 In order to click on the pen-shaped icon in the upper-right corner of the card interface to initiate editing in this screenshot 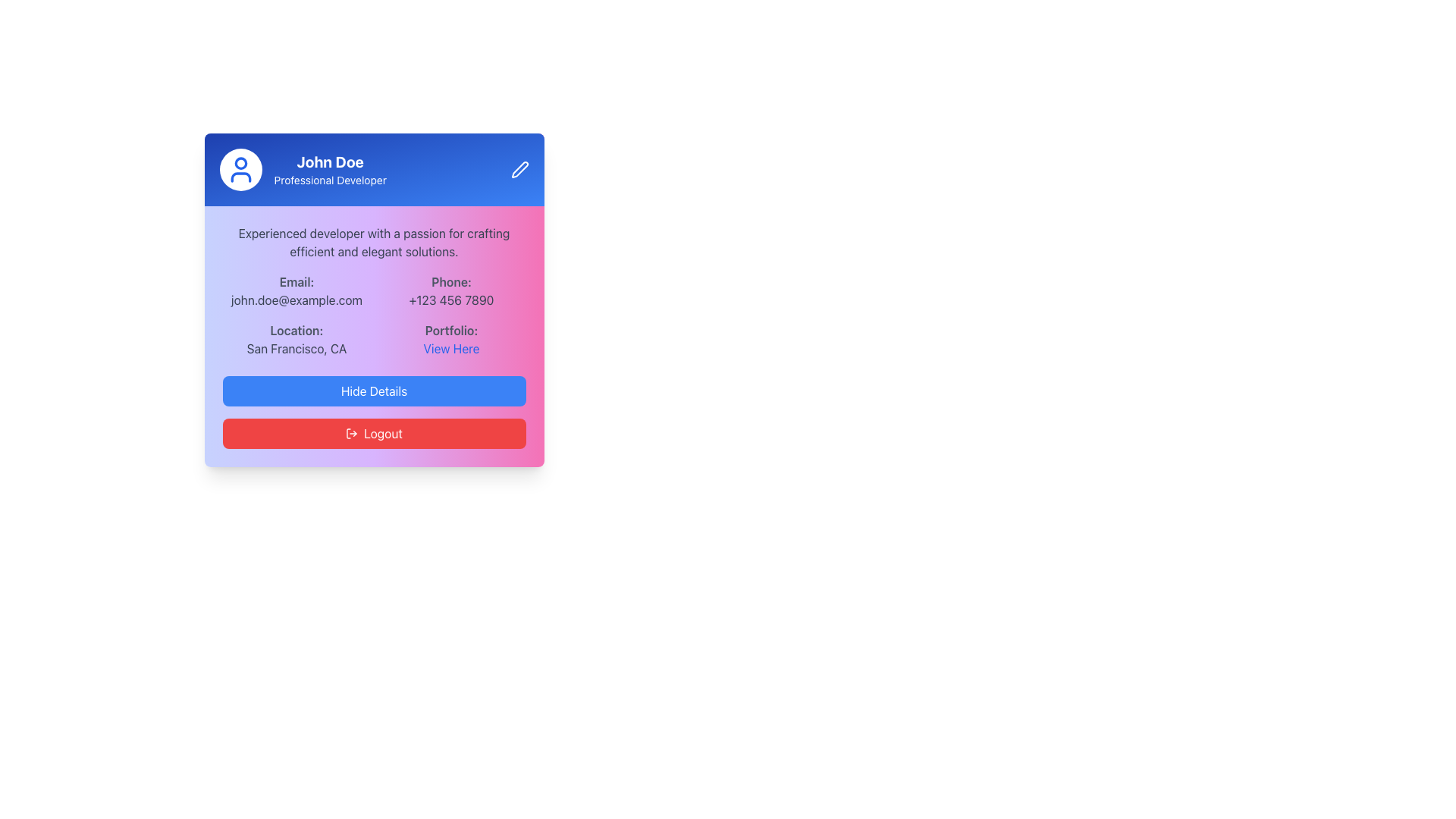, I will do `click(519, 169)`.